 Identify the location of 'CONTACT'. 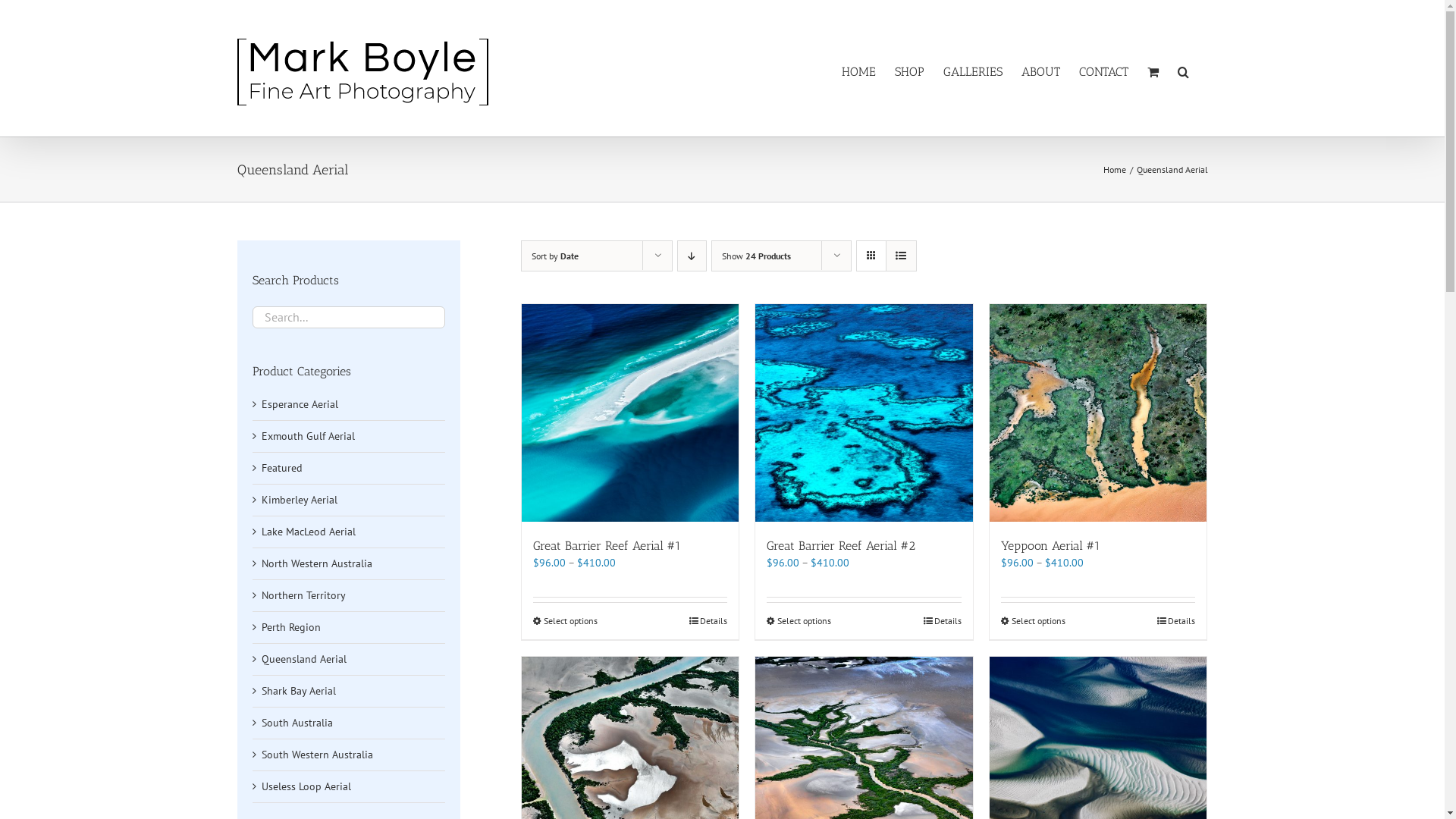
(1103, 72).